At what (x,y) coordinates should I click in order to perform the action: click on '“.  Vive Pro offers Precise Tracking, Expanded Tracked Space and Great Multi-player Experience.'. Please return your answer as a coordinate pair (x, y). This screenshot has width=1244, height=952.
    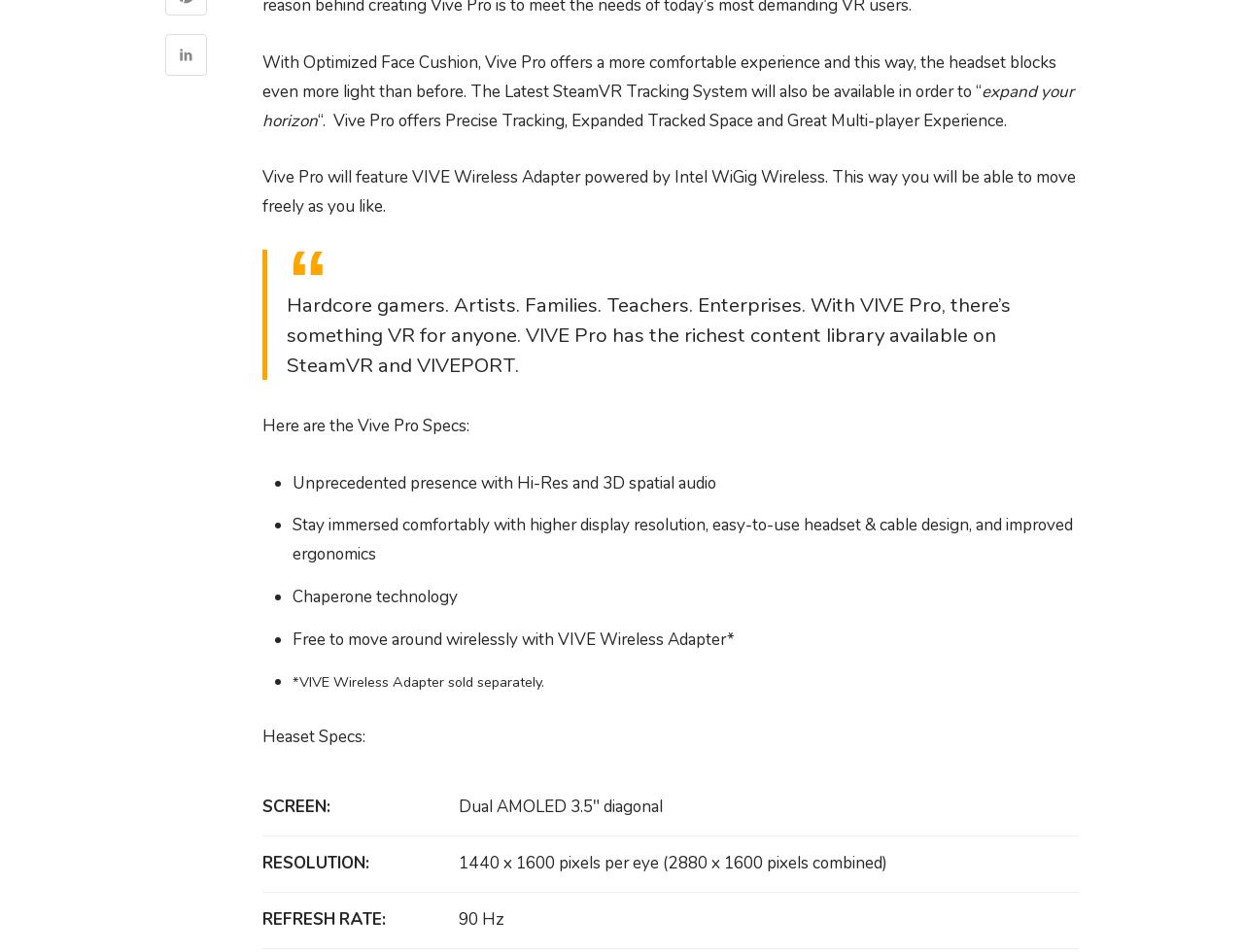
    Looking at the image, I should click on (662, 119).